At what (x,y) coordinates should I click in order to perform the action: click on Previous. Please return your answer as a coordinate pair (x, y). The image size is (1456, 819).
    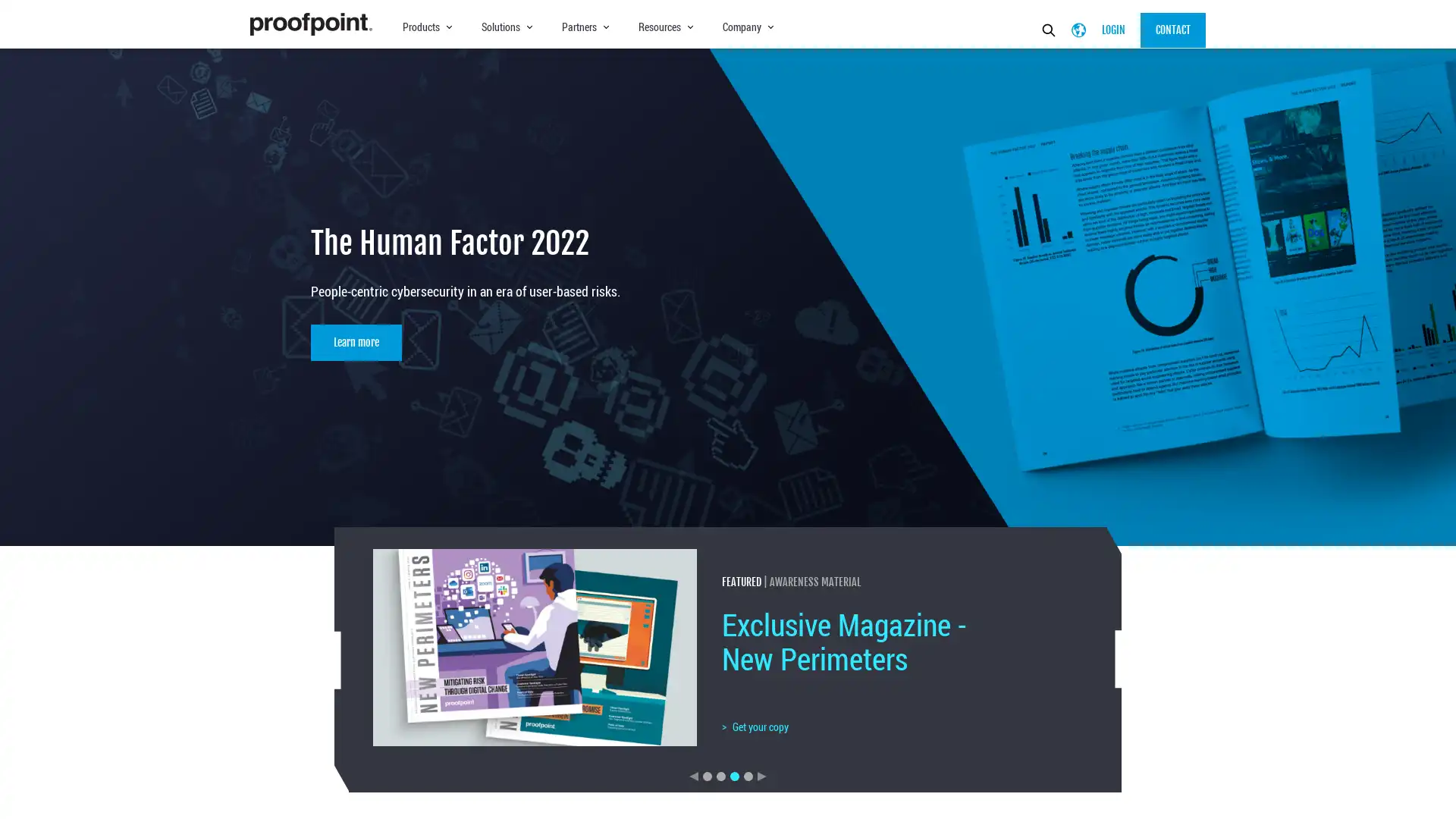
    Looking at the image, I should click on (693, 775).